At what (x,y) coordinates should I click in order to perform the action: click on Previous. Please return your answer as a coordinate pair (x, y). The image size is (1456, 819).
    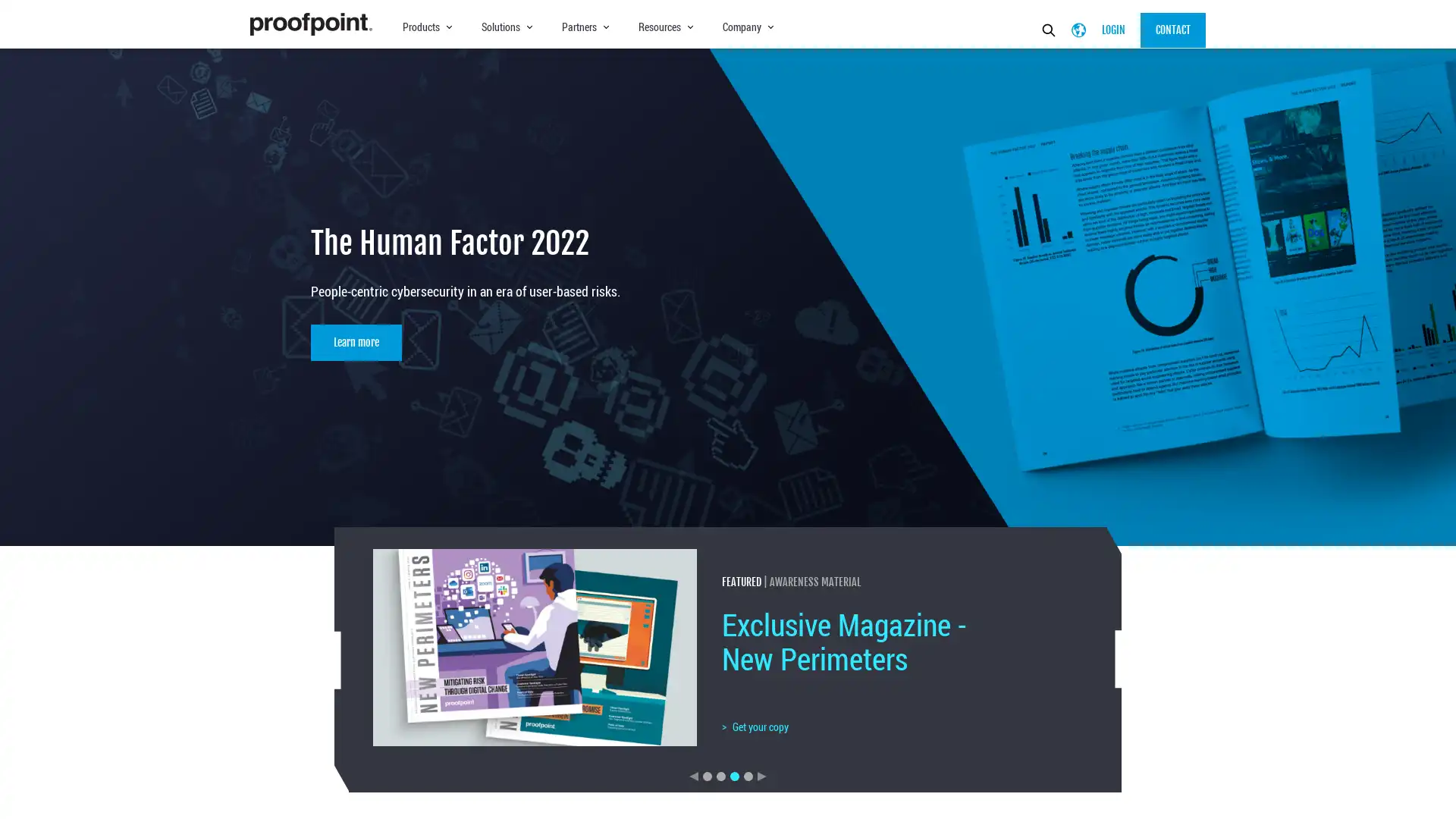
    Looking at the image, I should click on (693, 775).